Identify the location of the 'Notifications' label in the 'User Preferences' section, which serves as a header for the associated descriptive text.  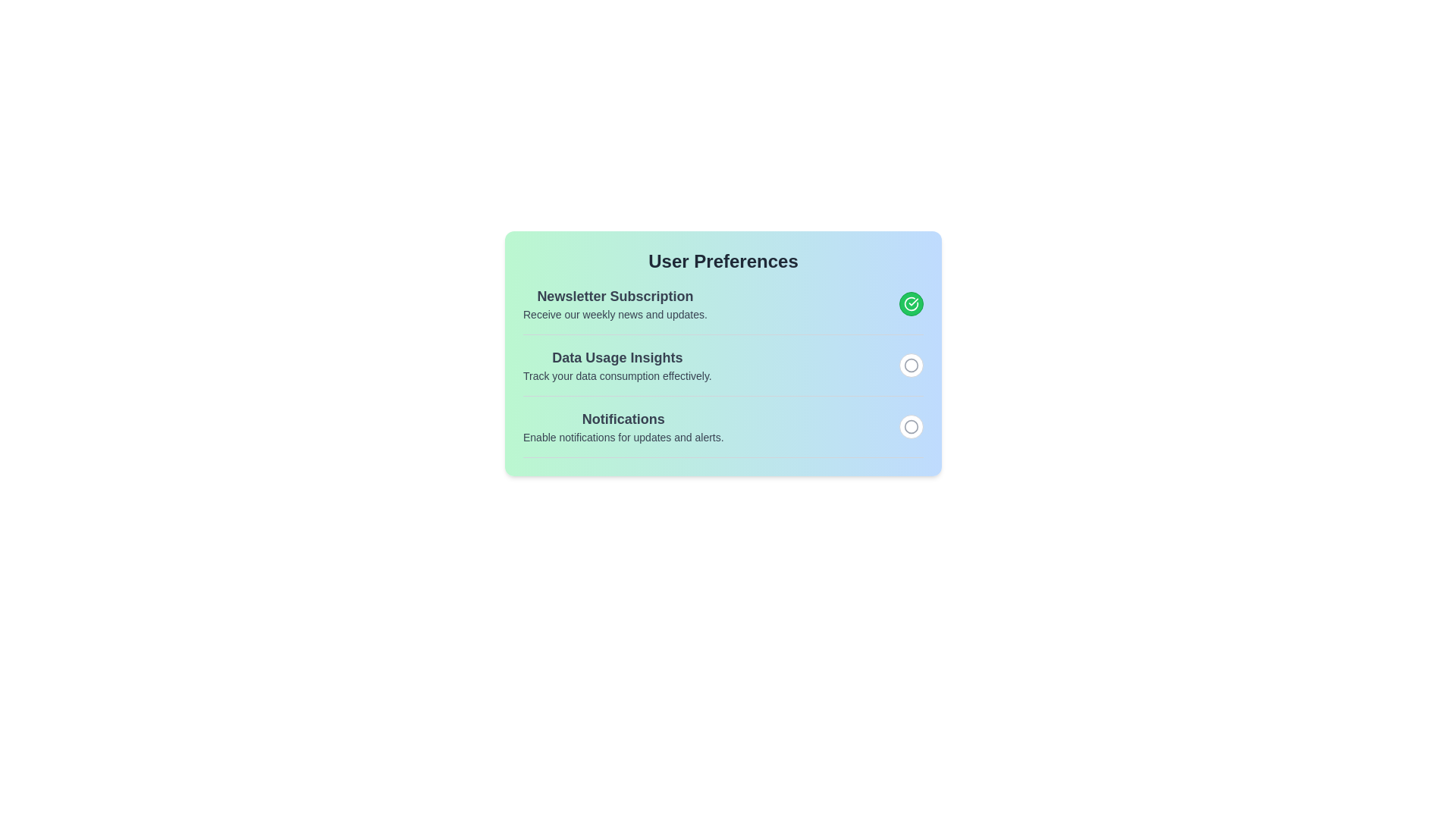
(623, 419).